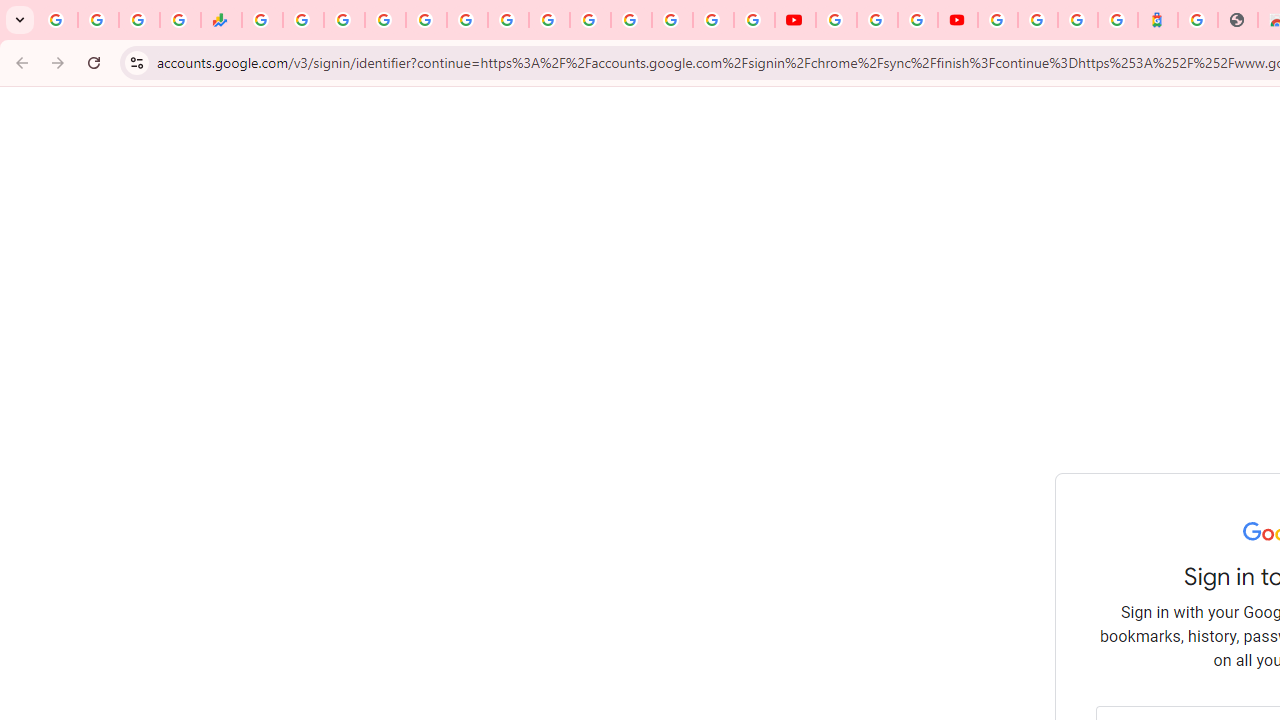 The width and height of the screenshot is (1280, 720). Describe the element at coordinates (997, 20) in the screenshot. I see `'Sign in - Google Accounts'` at that location.